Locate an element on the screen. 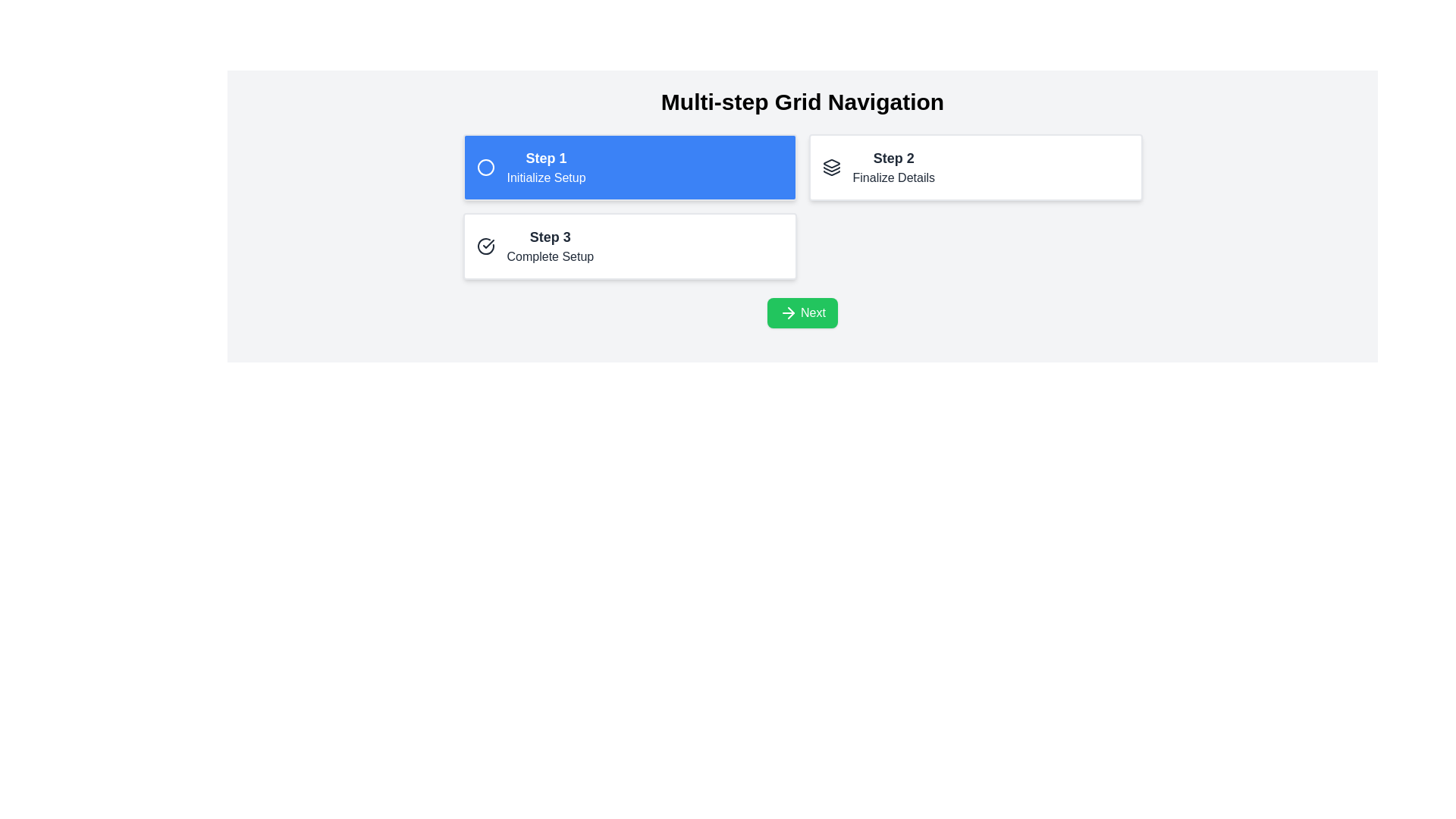 The image size is (1456, 819). the text component indicating the first phase of the setup process in the multi-step workflow navigation is located at coordinates (546, 167).